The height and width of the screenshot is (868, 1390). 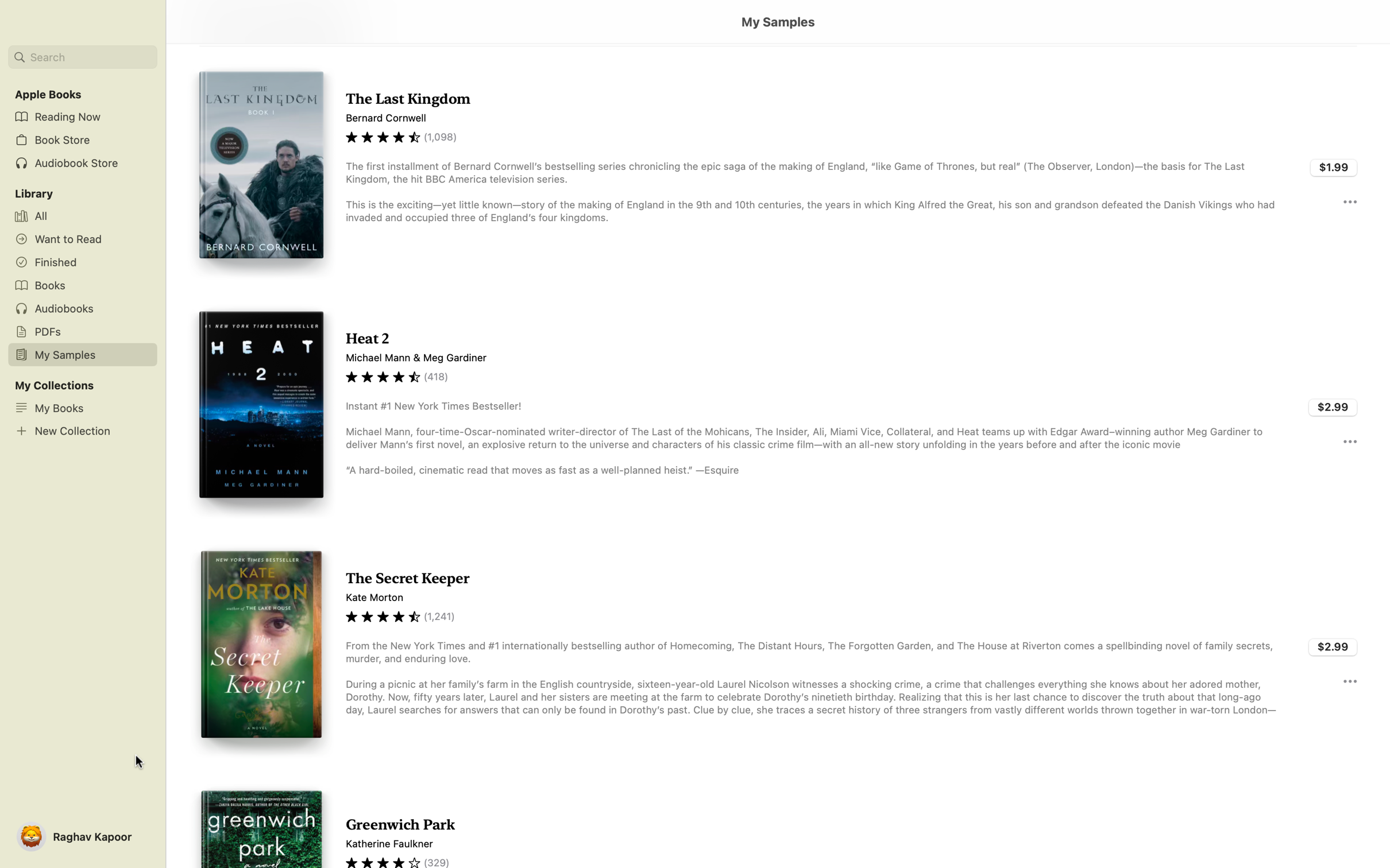 I want to click on Scroll downwards to reach the "Greenwich Park" book on the screen, so click(x=2613895, y=957404).